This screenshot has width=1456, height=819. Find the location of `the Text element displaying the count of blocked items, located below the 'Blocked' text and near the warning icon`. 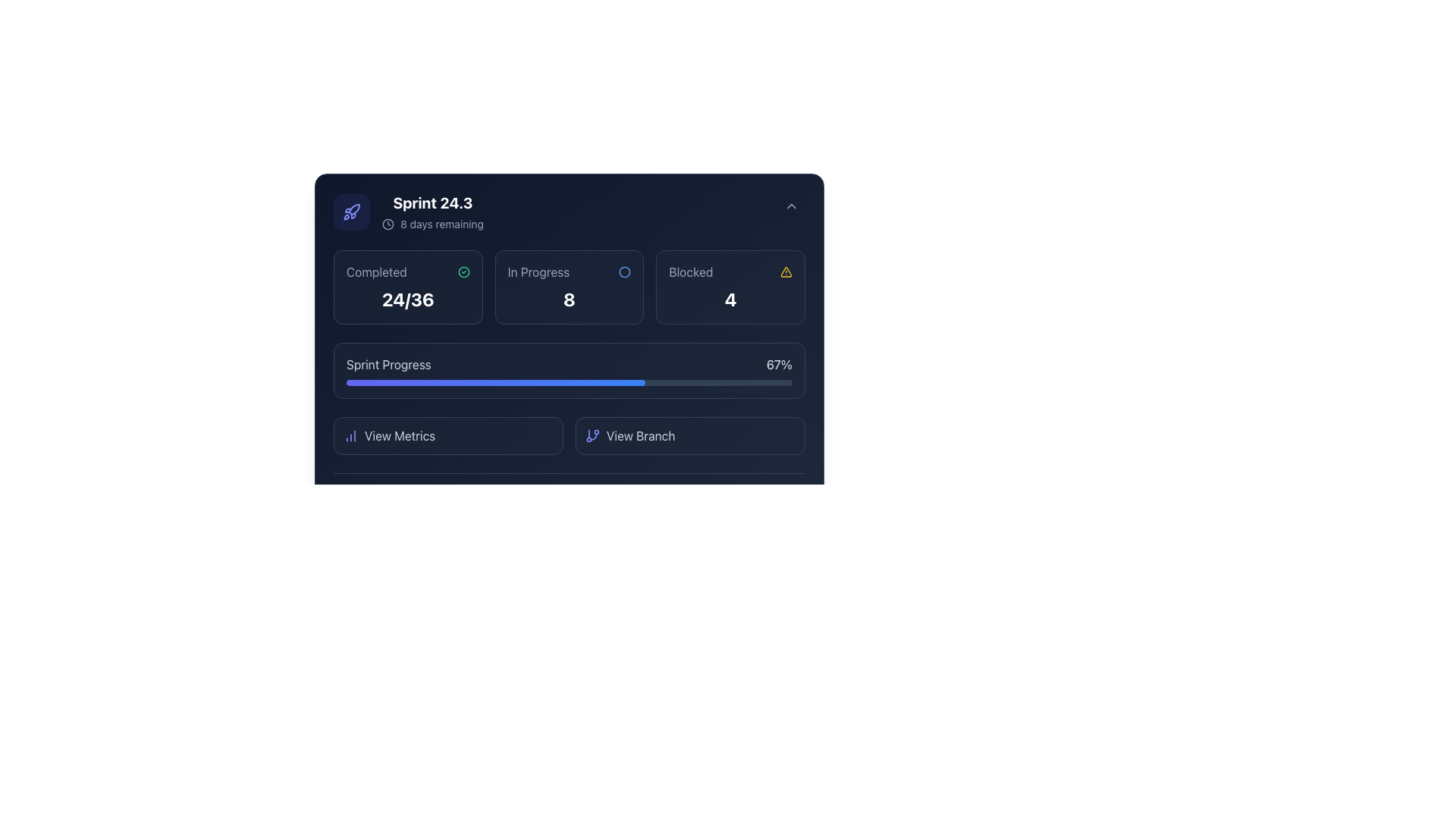

the Text element displaying the count of blocked items, located below the 'Blocked' text and near the warning icon is located at coordinates (730, 299).